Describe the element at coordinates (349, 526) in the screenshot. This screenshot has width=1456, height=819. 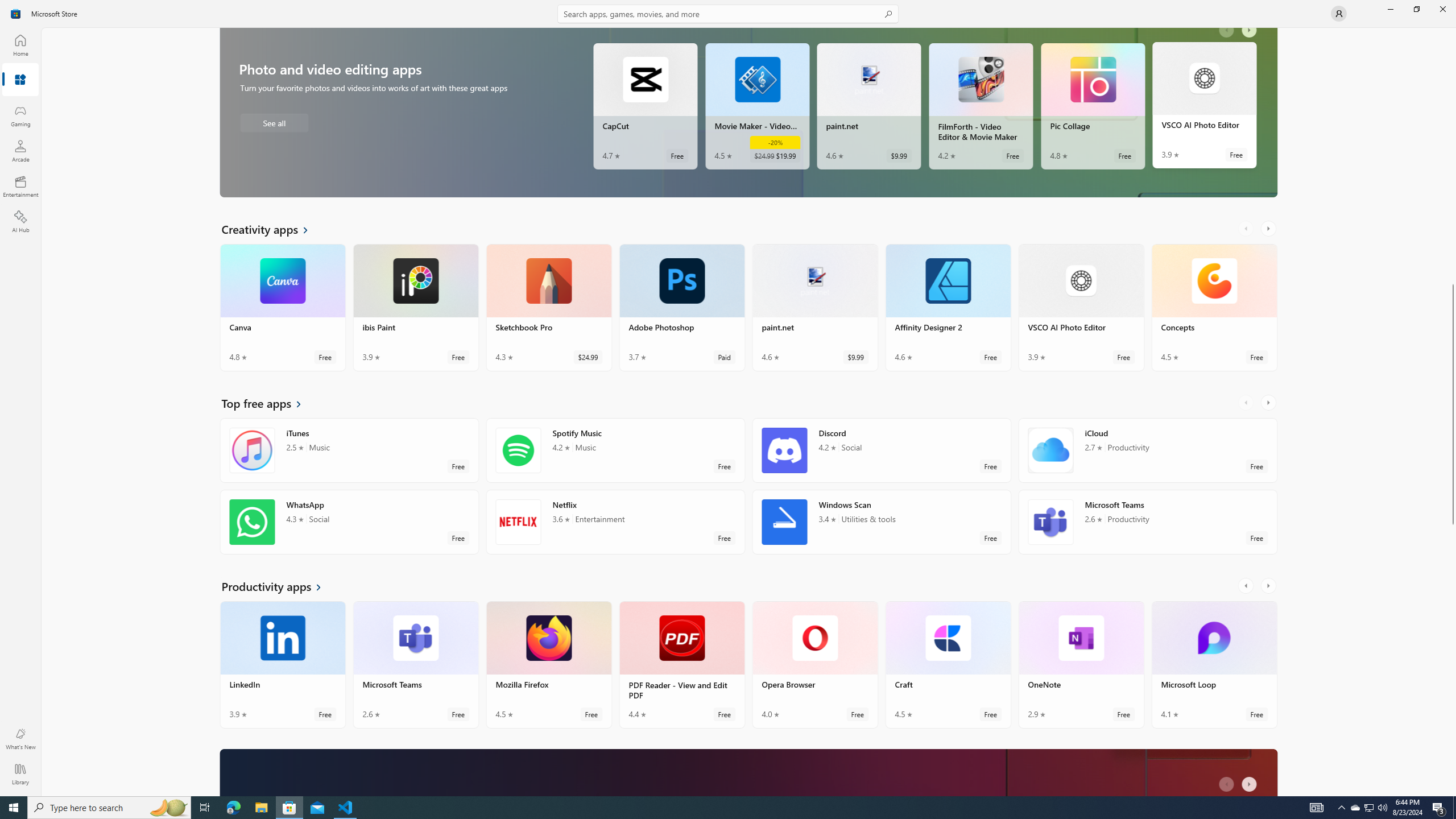
I see `'WhatsApp. Average rating of 4.3 out of five stars. Free  '` at that location.